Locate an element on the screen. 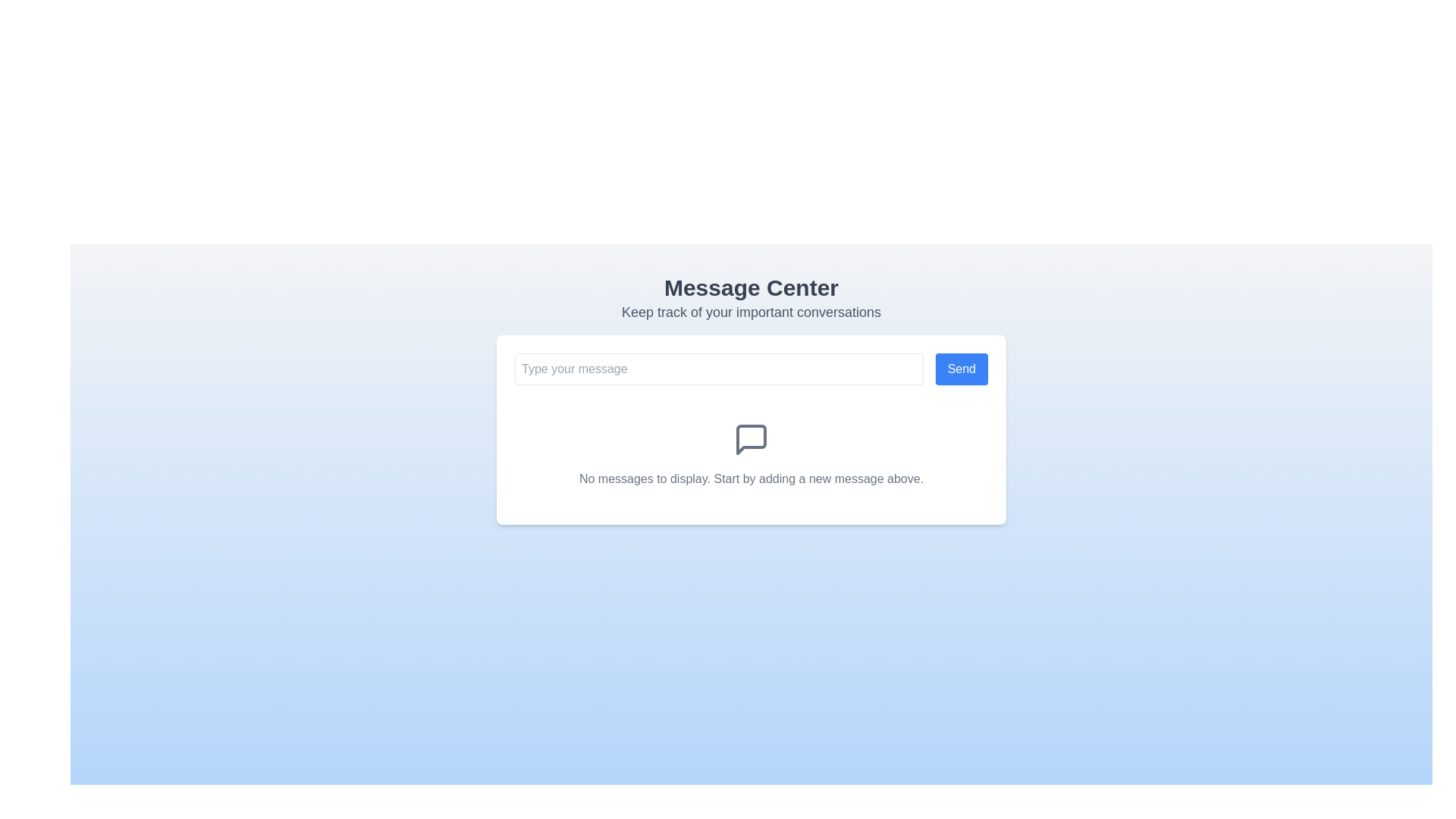  the 'Message Center' text element, which includes the heading and descriptive paragraph, located at the upper section of the main content area with a light blue gradient background is located at coordinates (751, 298).